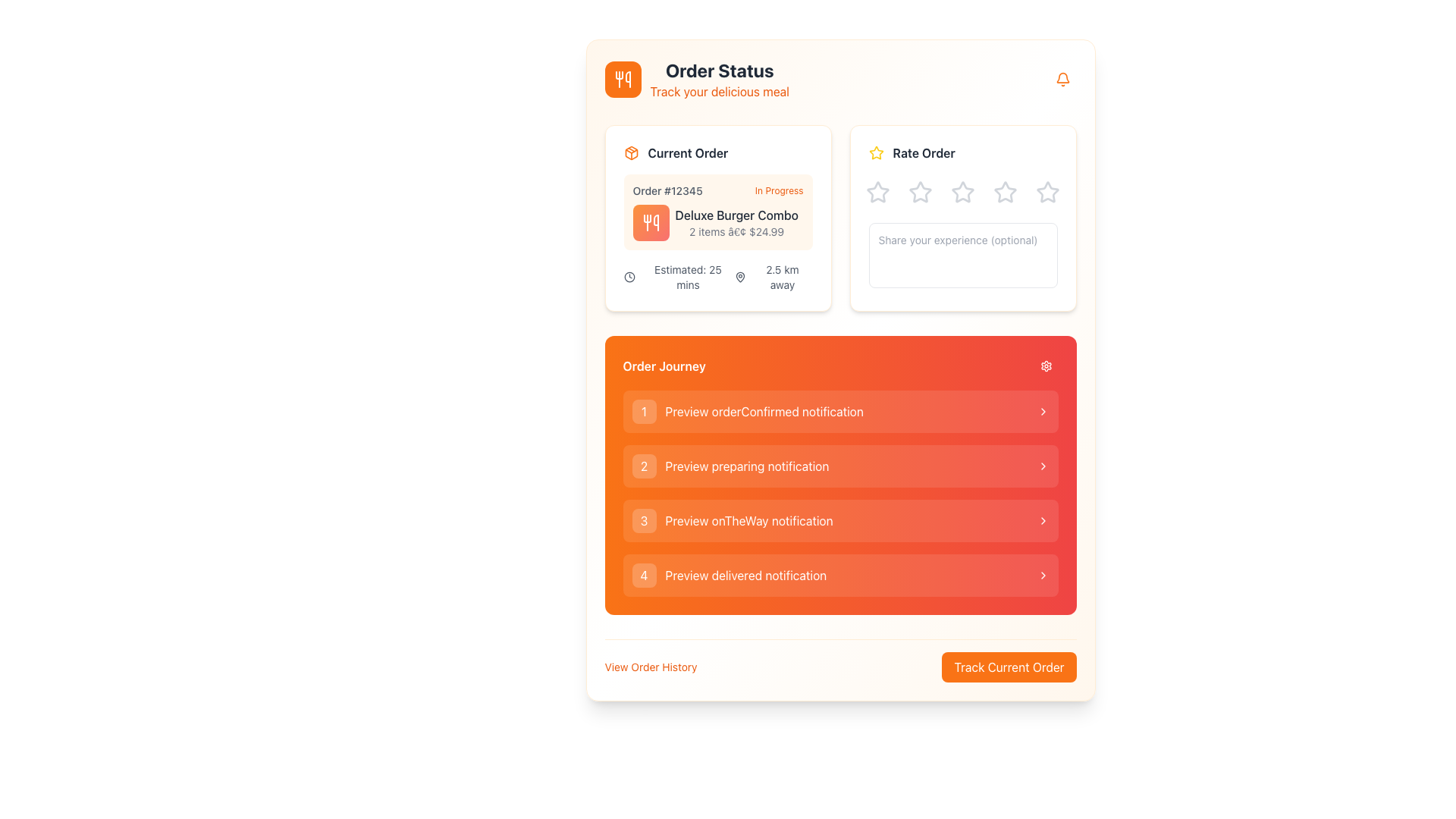  I want to click on the text label that provides information about the current order, specifically the number of items and total price, located below 'Deluxe Burger Combo' in the 'Current Order' card, so click(736, 231).